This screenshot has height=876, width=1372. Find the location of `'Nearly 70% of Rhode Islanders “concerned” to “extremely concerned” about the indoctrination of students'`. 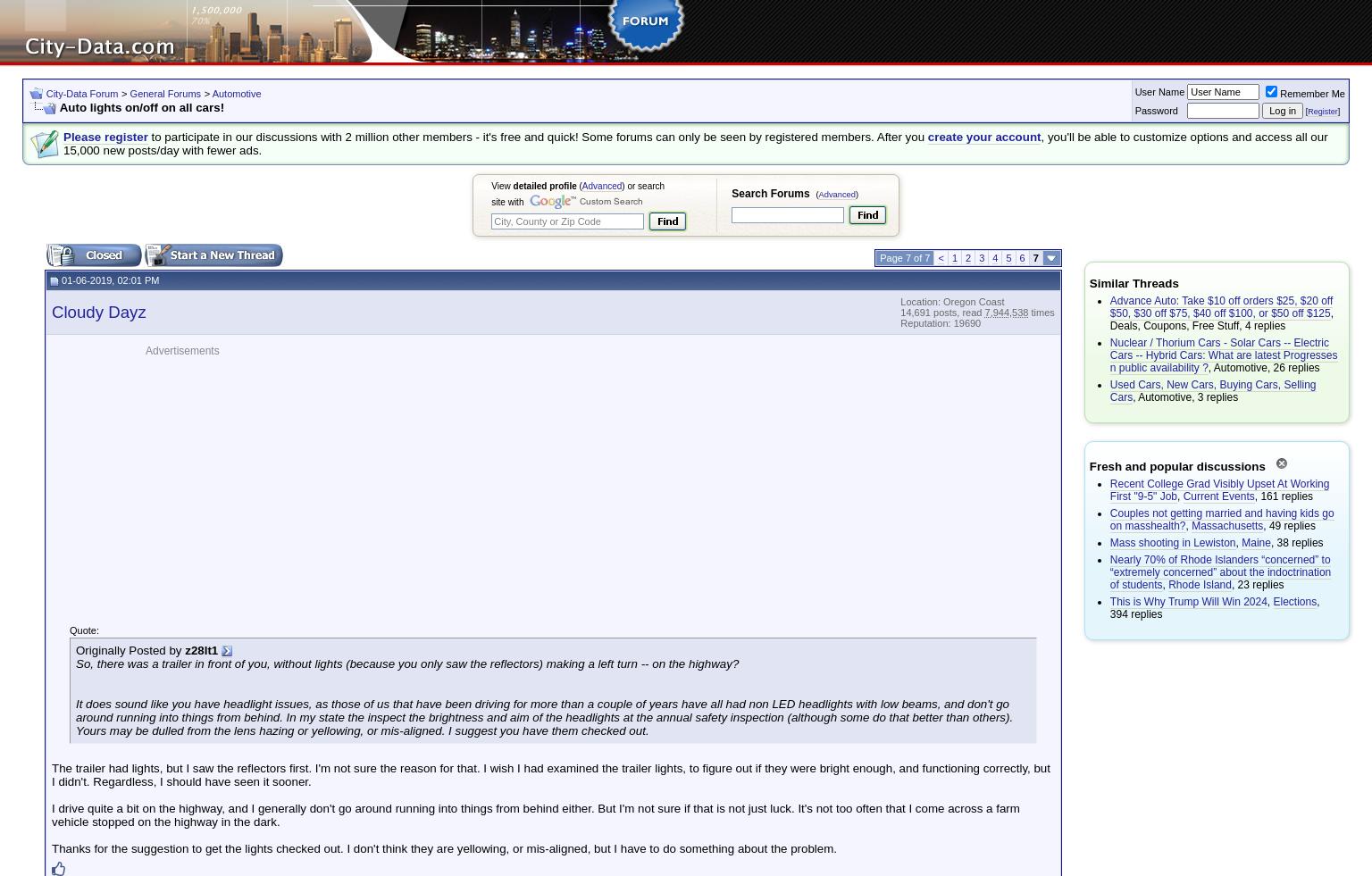

'Nearly 70% of Rhode Islanders “concerned” to “extremely concerned” about the indoctrination of students' is located at coordinates (1109, 571).